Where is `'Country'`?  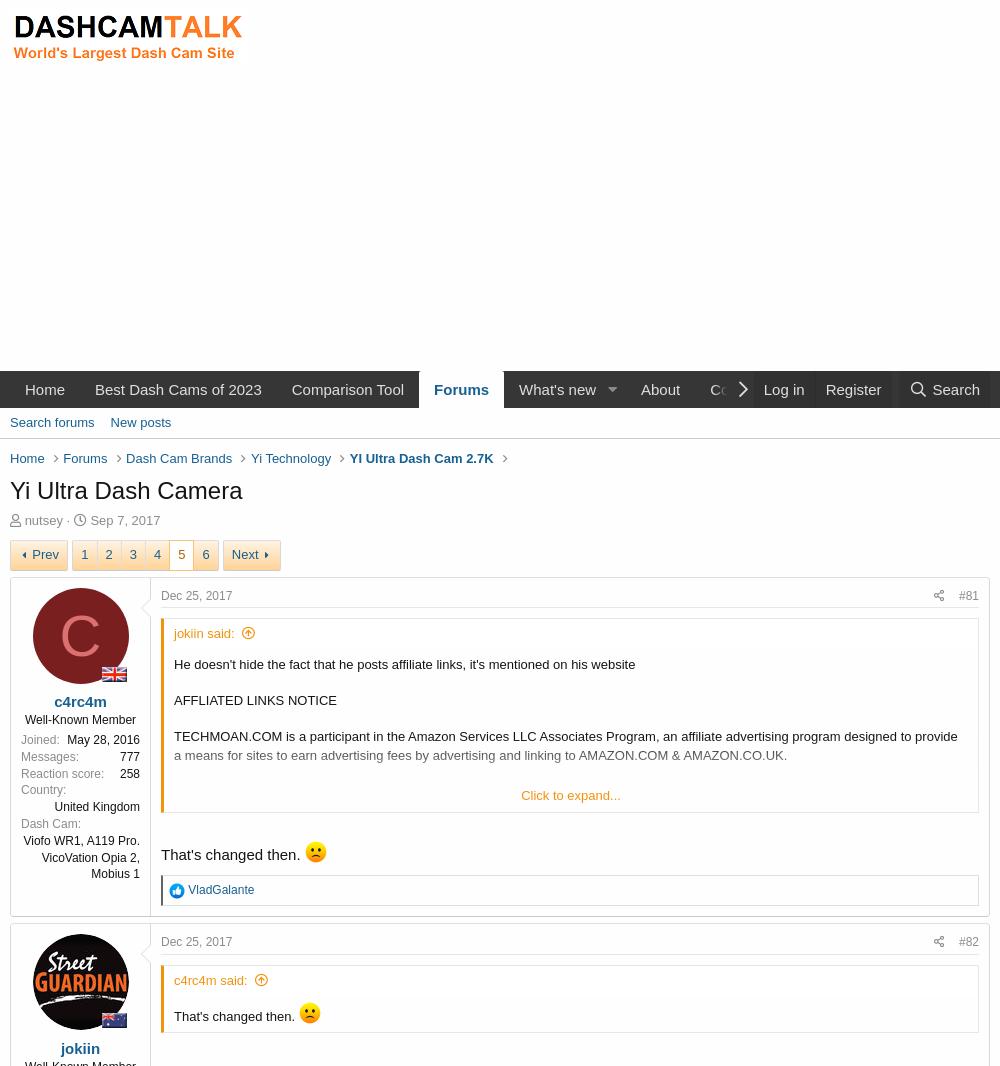
'Country' is located at coordinates (21, 789).